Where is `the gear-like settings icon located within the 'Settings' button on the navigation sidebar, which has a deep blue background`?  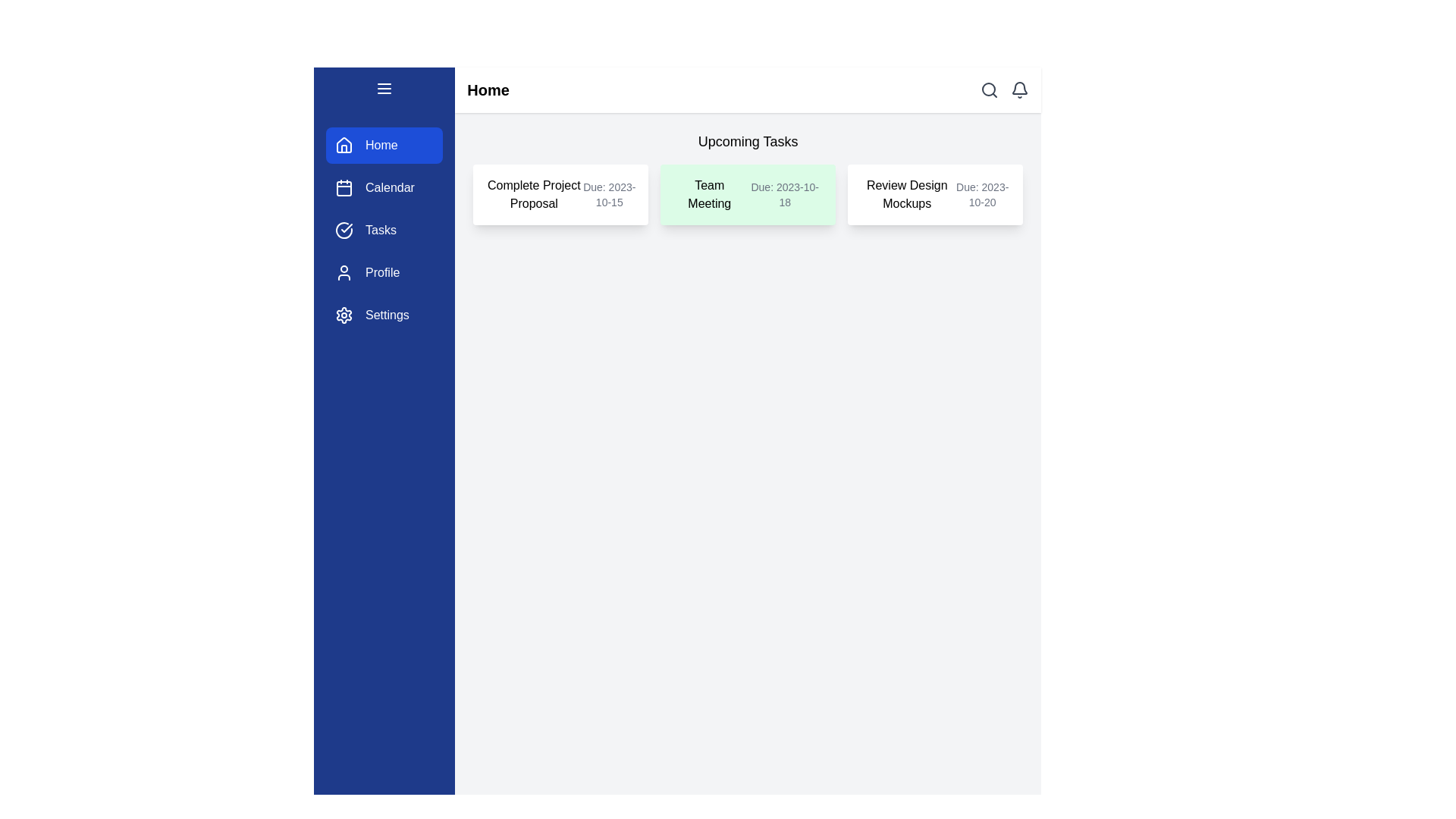 the gear-like settings icon located within the 'Settings' button on the navigation sidebar, which has a deep blue background is located at coordinates (344, 315).